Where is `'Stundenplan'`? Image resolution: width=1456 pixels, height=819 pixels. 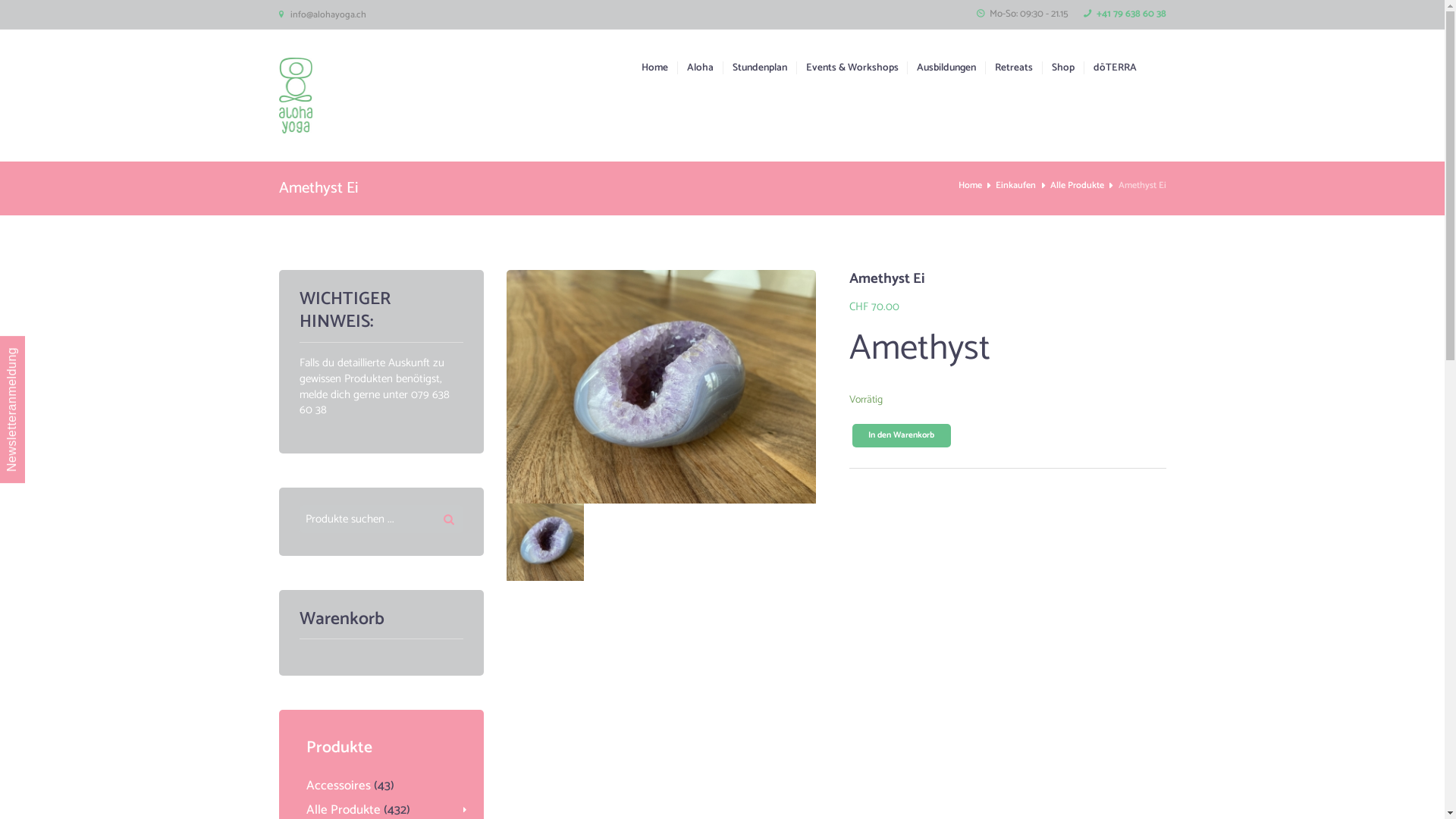
'Stundenplan' is located at coordinates (755, 67).